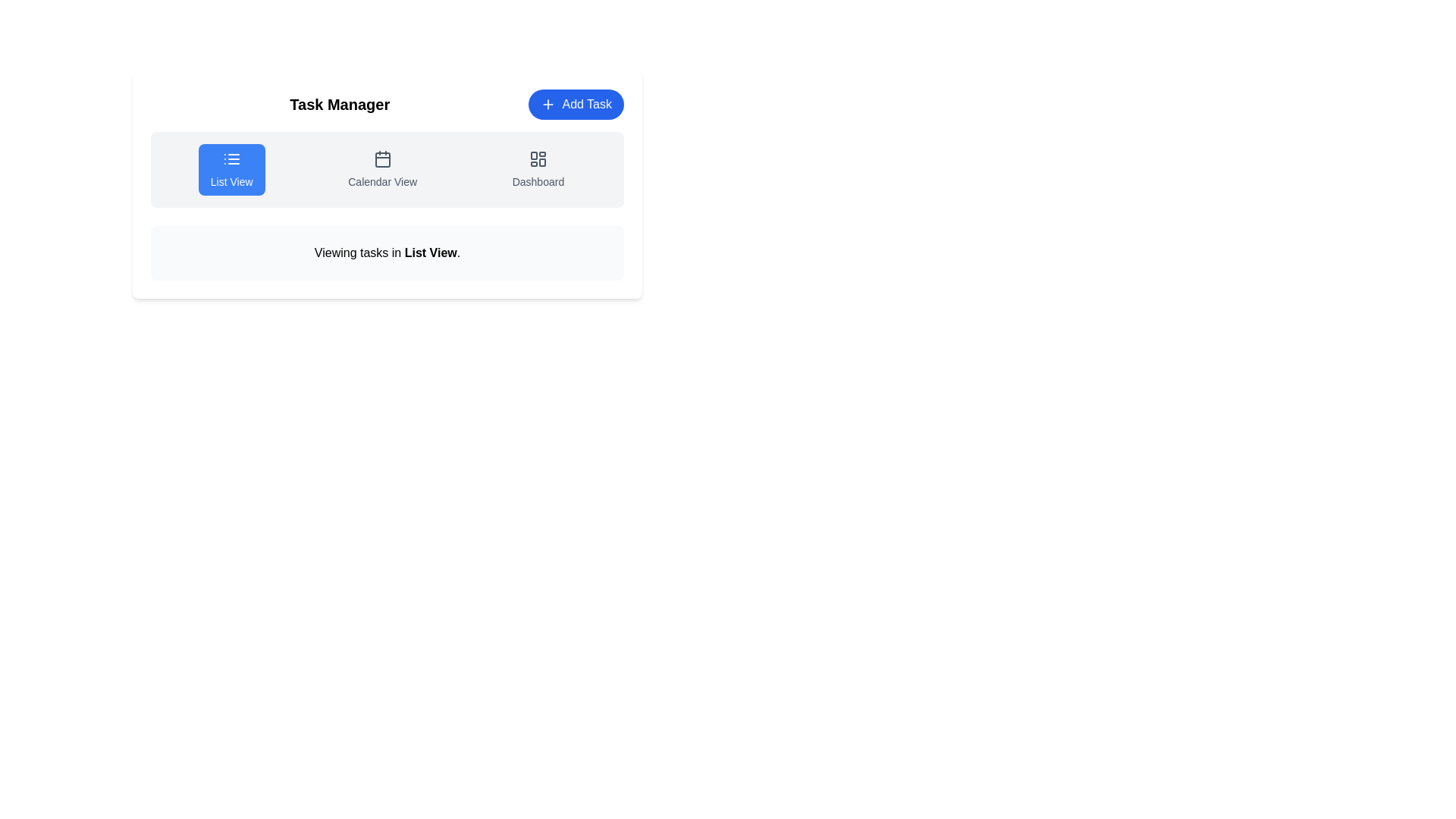 This screenshot has width=1456, height=819. I want to click on the second button in the horizontal trio that activates the Calendar View, located between 'List View' and 'Dashboard', so click(382, 169).